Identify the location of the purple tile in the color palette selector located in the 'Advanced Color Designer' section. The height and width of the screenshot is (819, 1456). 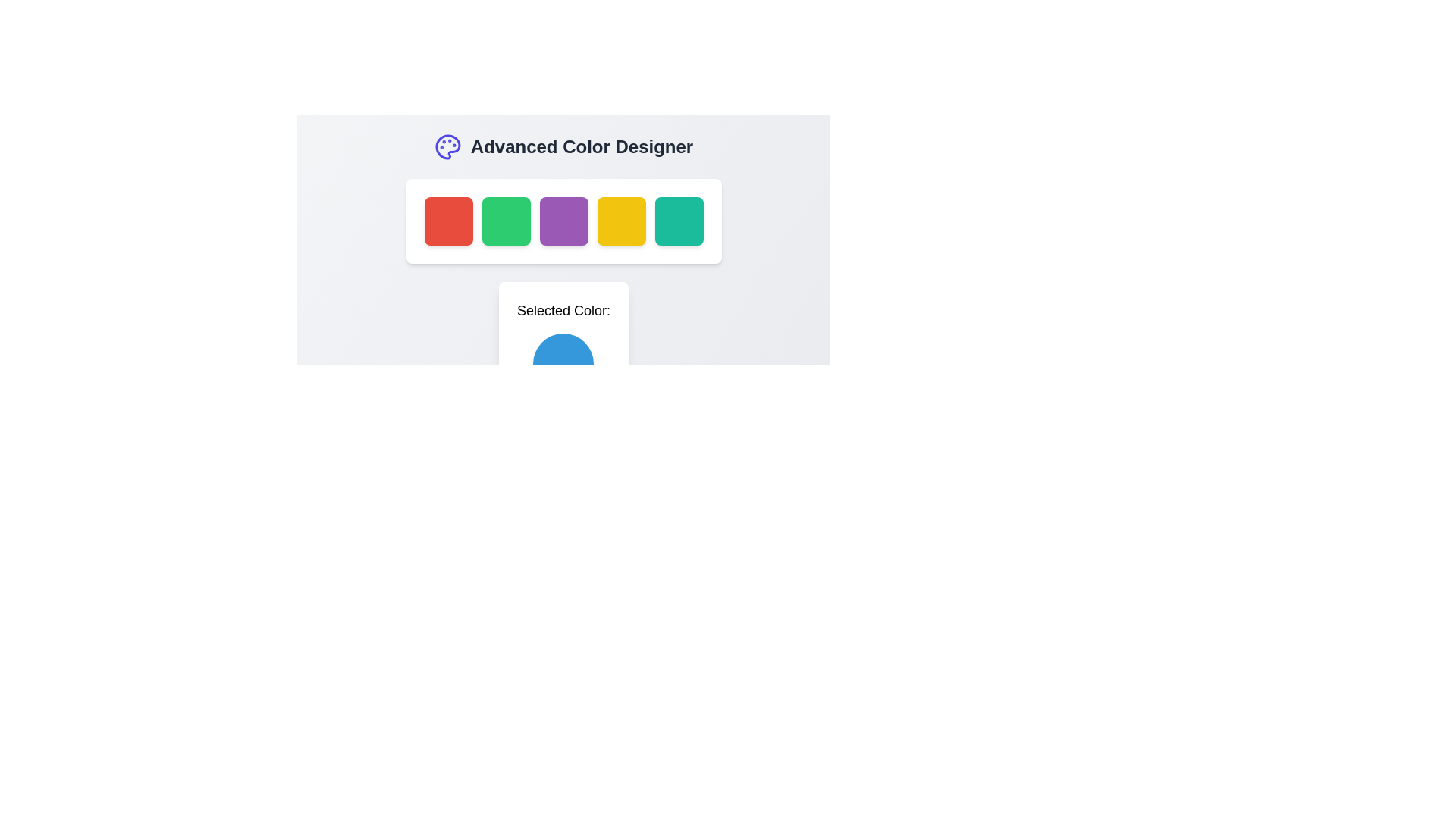
(563, 231).